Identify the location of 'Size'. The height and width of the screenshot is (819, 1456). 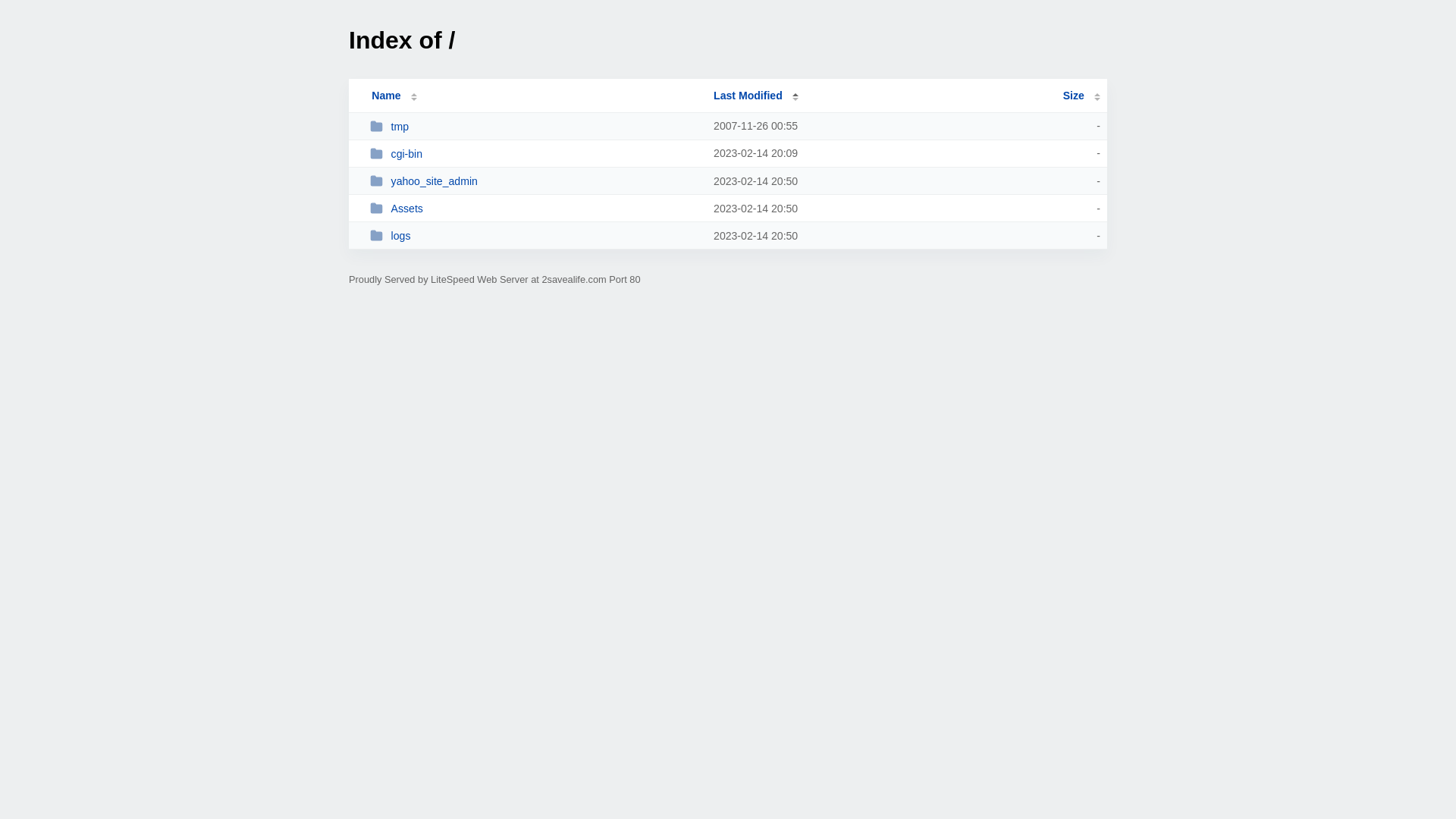
(1081, 96).